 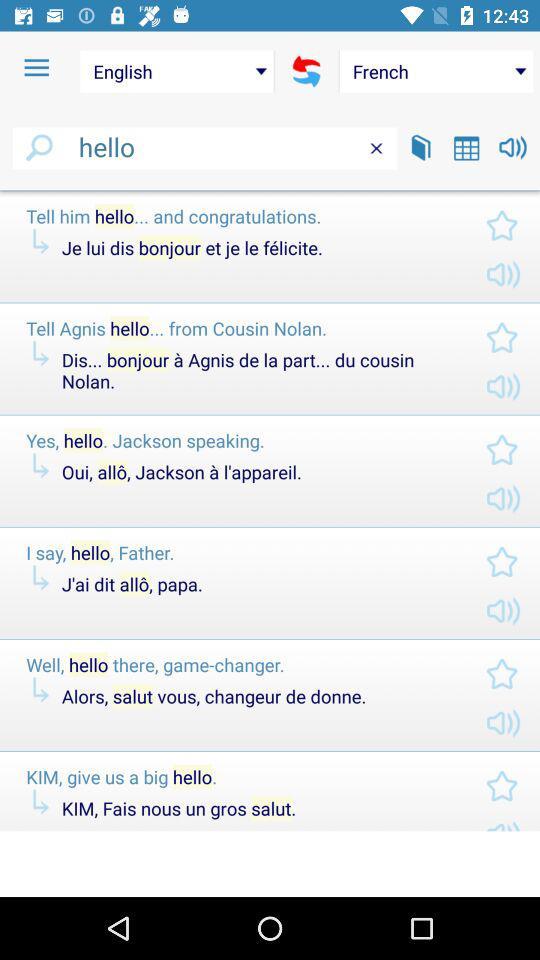 I want to click on show example in sentences, so click(x=420, y=146).